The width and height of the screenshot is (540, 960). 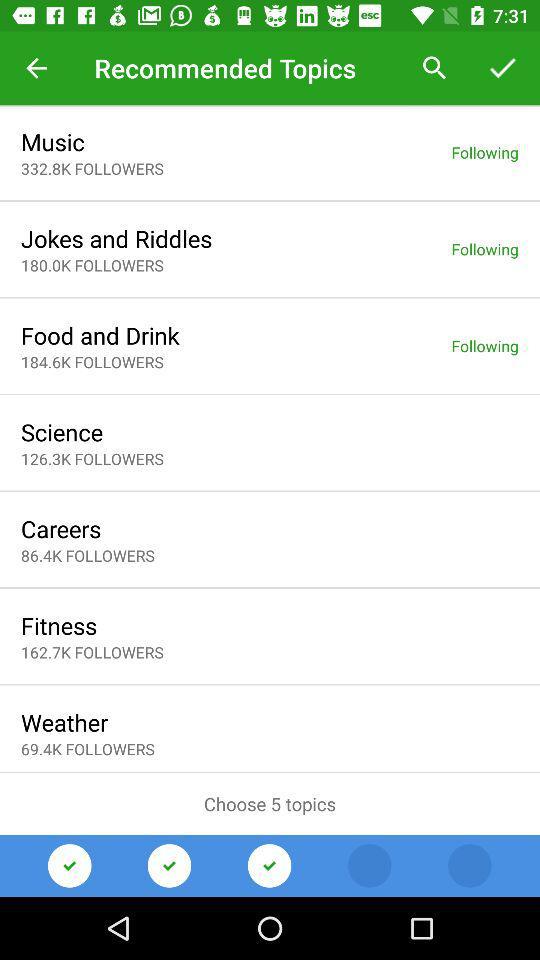 What do you see at coordinates (36, 68) in the screenshot?
I see `icon to the left of the recommended topics item` at bounding box center [36, 68].